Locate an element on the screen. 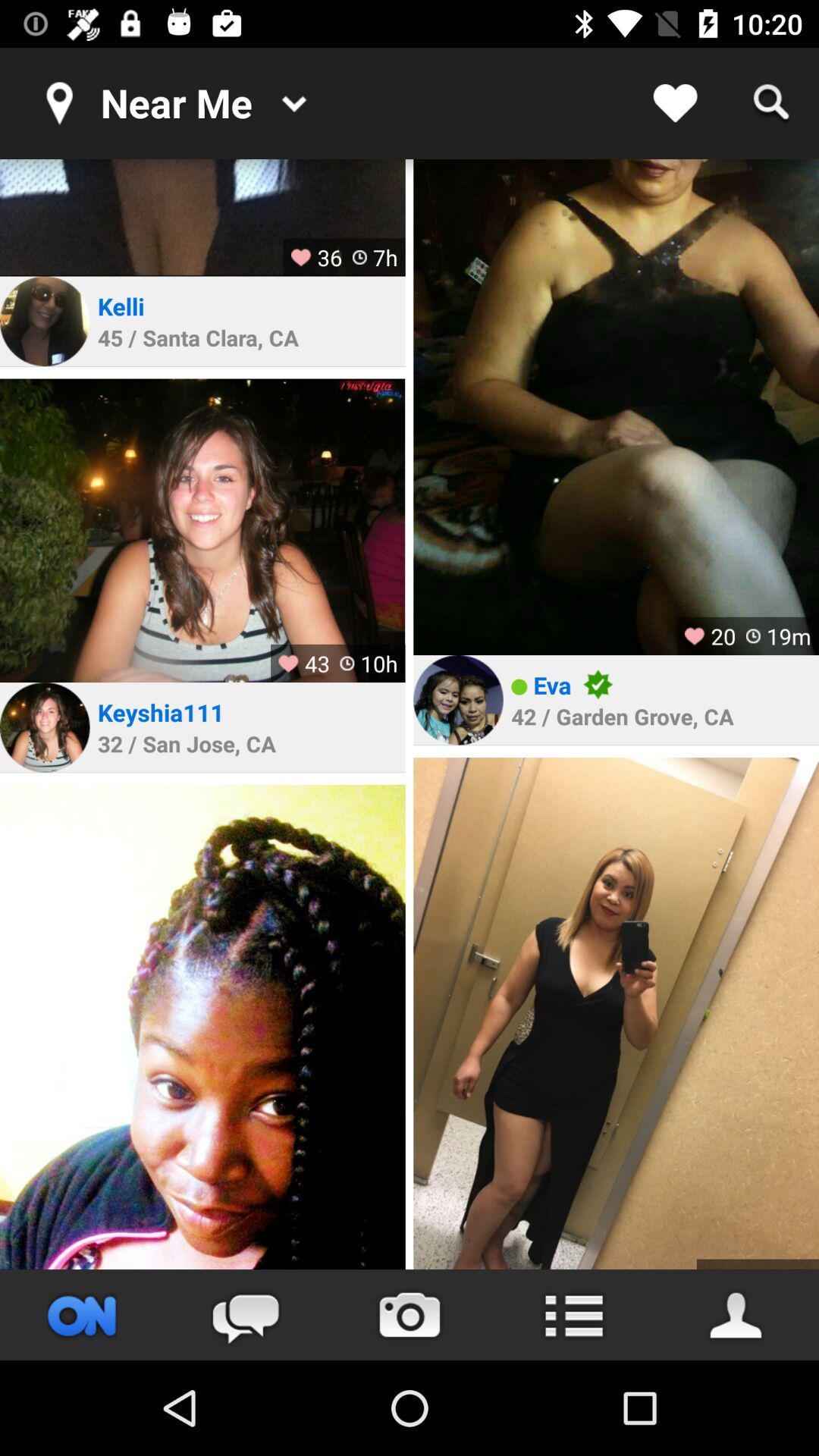 The image size is (819, 1456). open photo is located at coordinates (202, 217).